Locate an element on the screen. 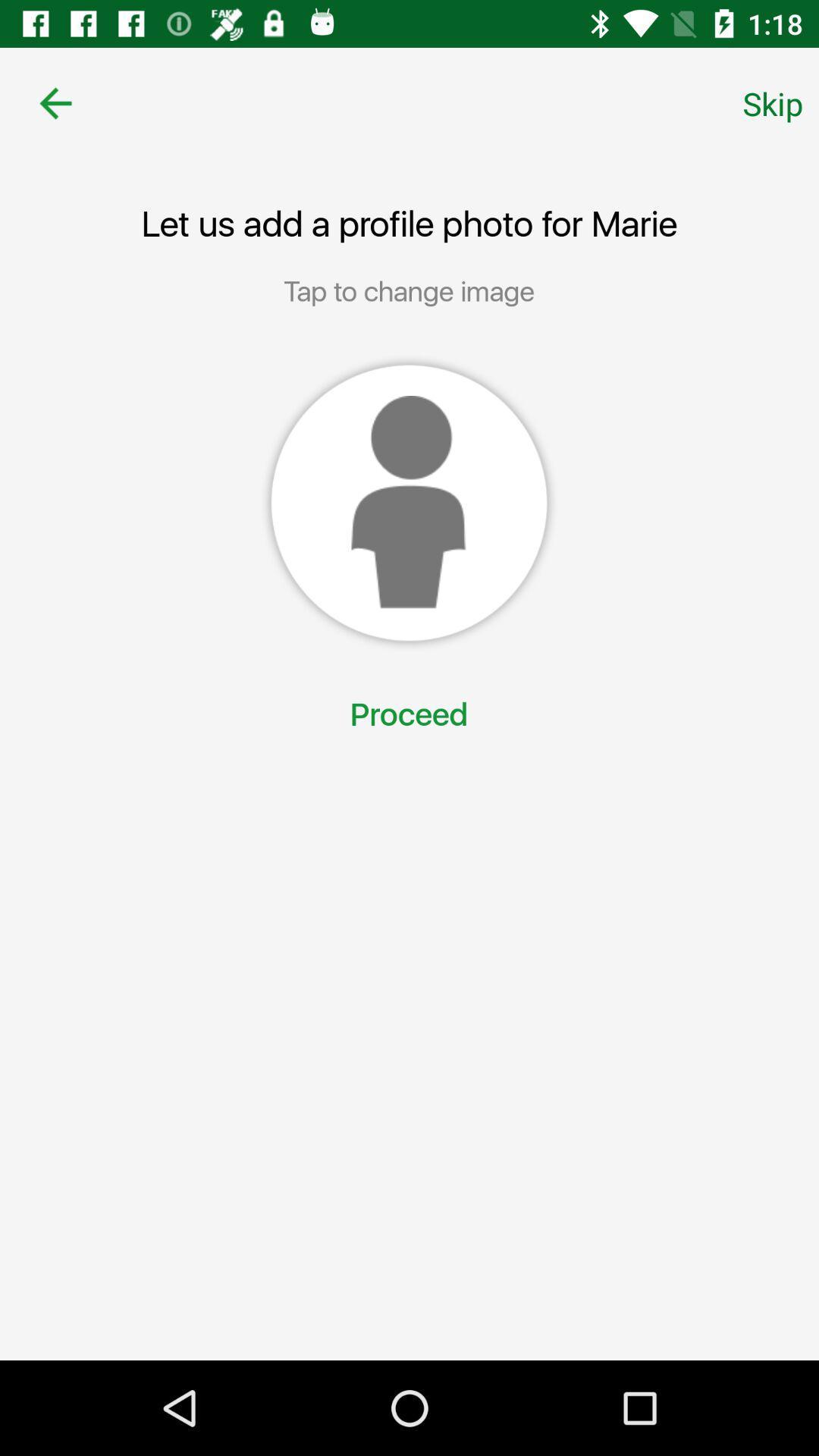  proceed item is located at coordinates (408, 715).